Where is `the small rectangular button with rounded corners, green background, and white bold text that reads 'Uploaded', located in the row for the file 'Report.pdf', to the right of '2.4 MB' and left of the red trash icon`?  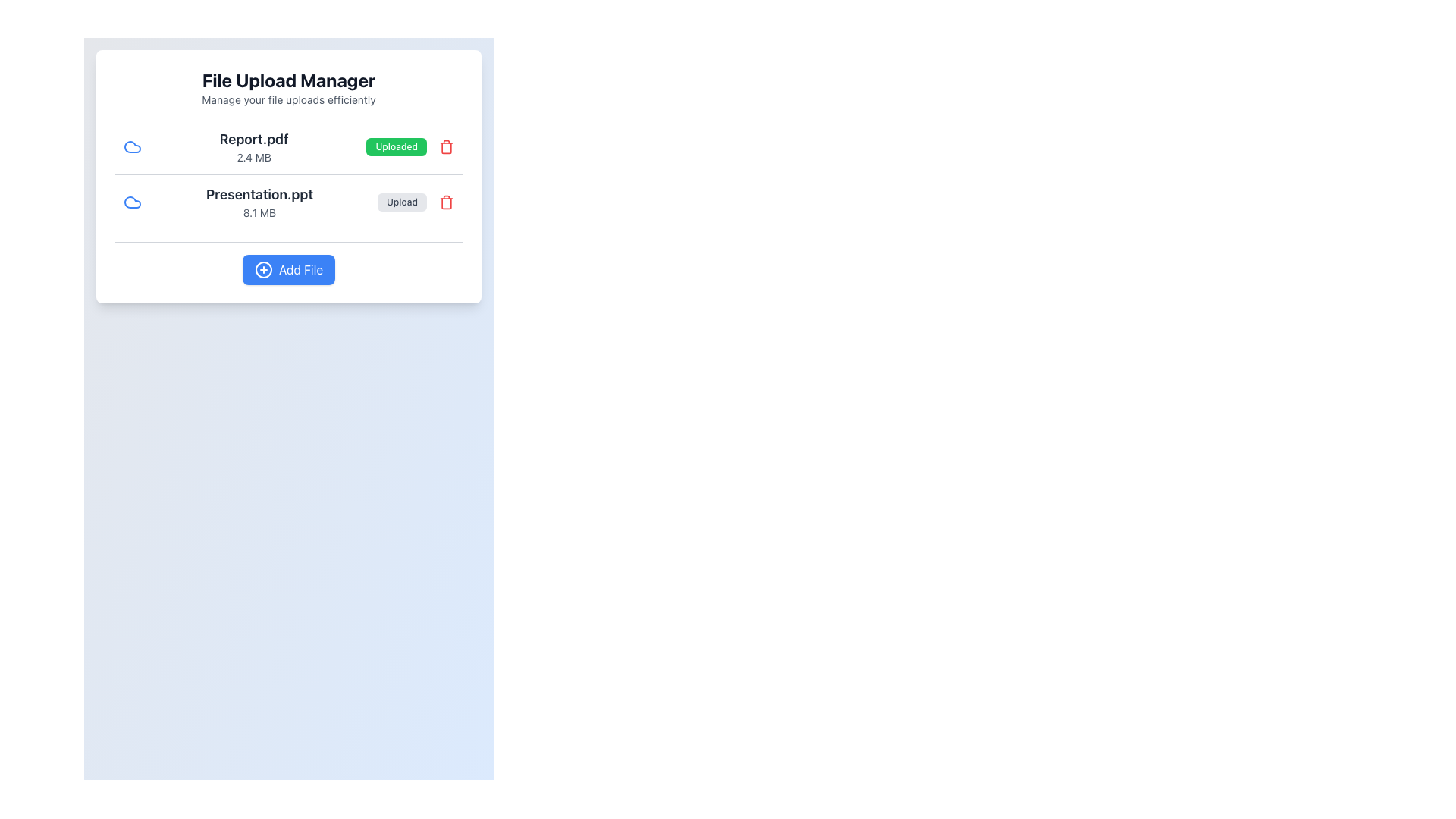 the small rectangular button with rounded corners, green background, and white bold text that reads 'Uploaded', located in the row for the file 'Report.pdf', to the right of '2.4 MB' and left of the red trash icon is located at coordinates (397, 146).